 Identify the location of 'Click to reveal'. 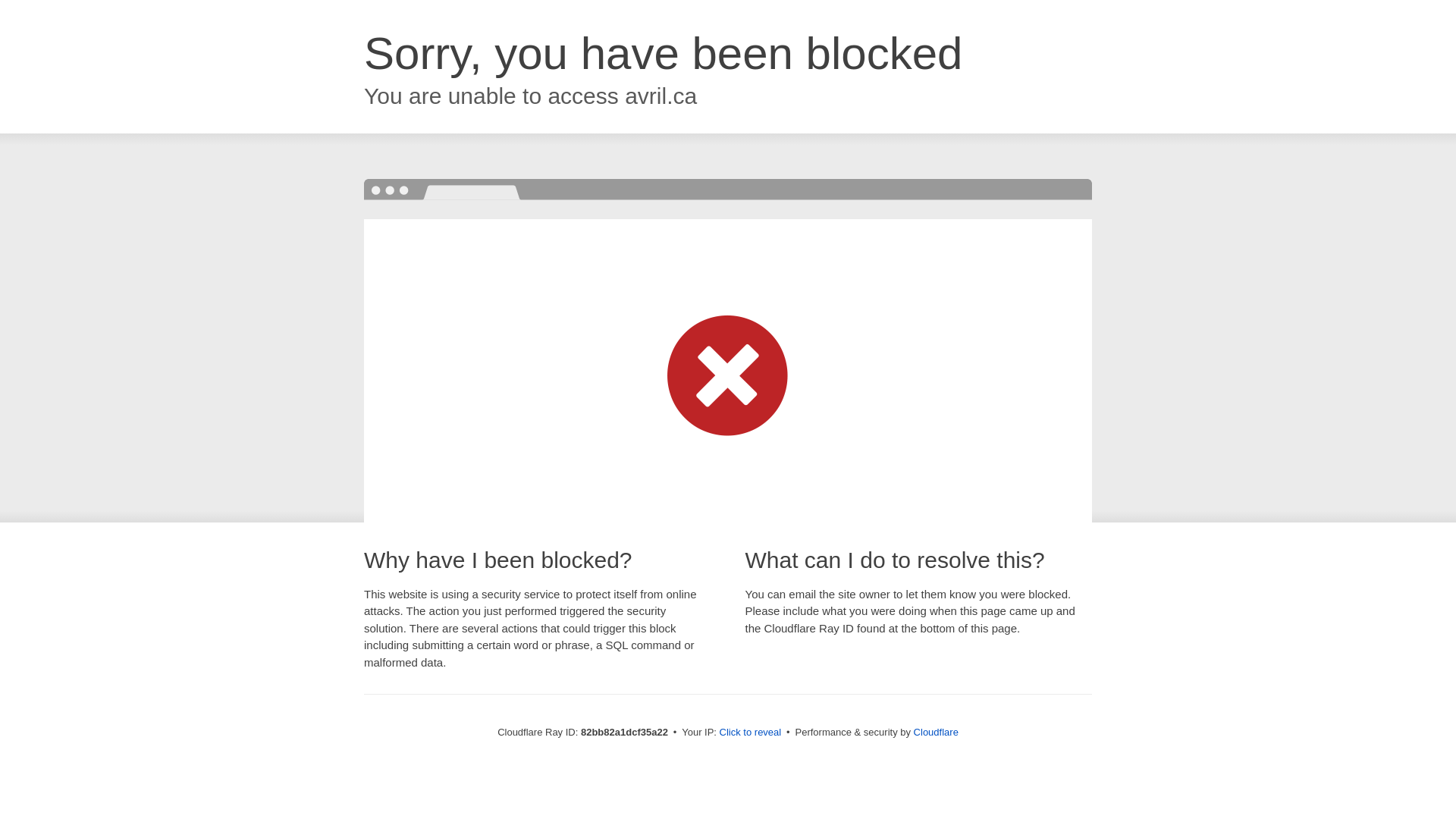
(750, 731).